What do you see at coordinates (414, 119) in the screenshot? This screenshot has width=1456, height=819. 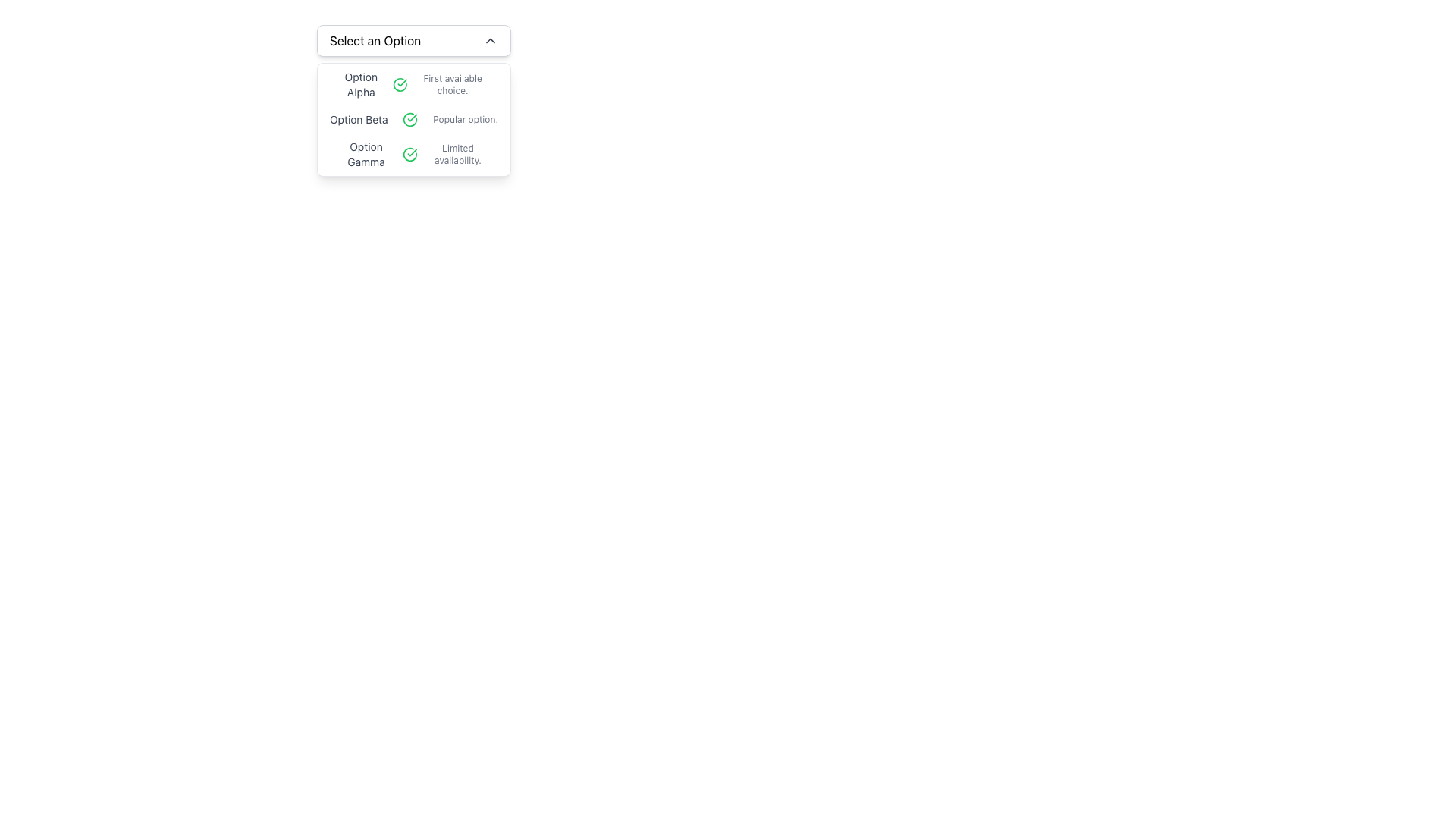 I see `the second item in the dropdown menu labeled 'Option Beta' which contains a green circular checkmark icon and the text 'Popular option.'` at bounding box center [414, 119].